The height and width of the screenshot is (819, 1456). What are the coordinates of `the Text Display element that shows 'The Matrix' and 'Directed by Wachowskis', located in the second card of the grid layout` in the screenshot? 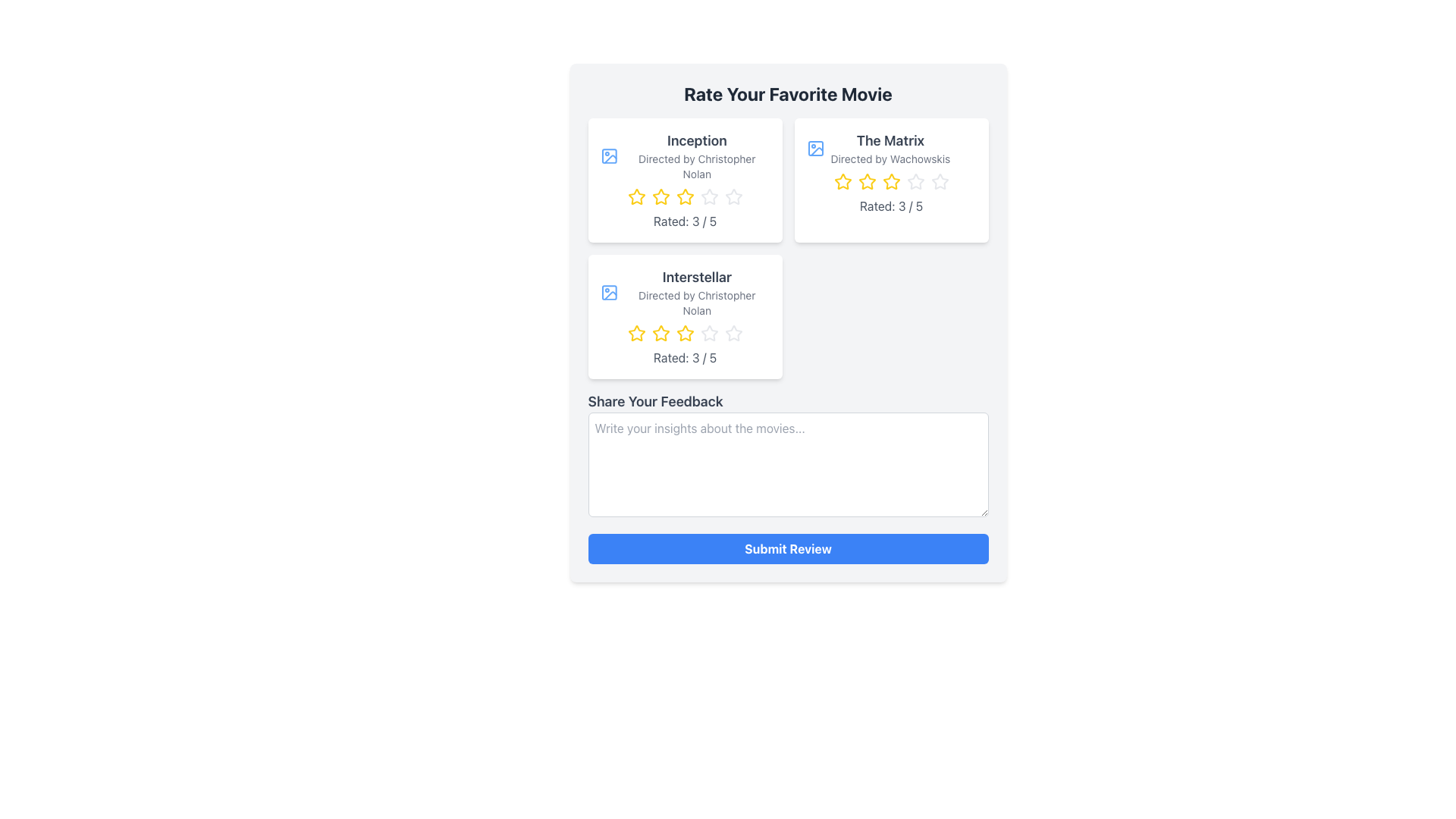 It's located at (890, 149).